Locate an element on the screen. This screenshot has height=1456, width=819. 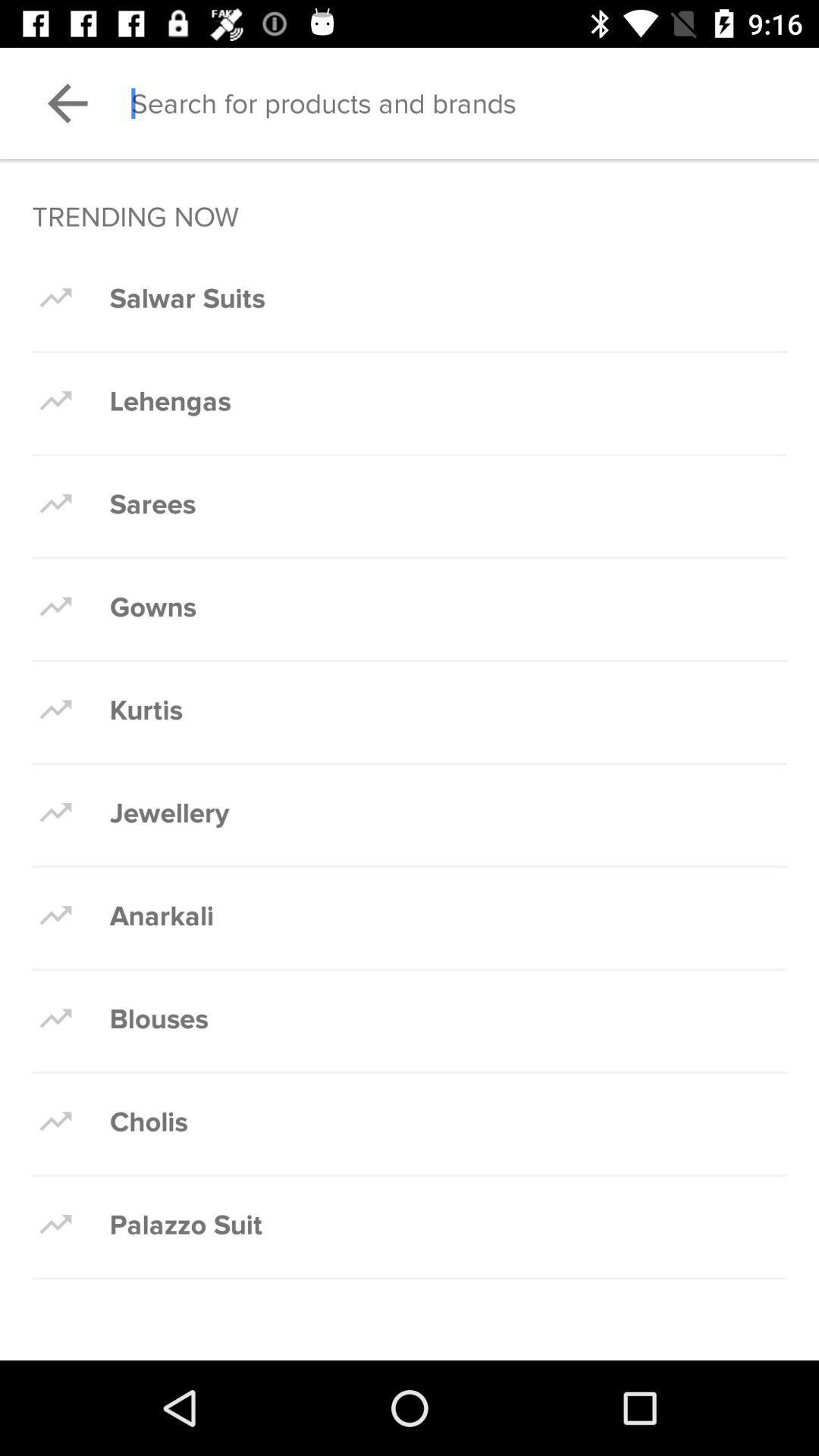
previous page is located at coordinates (67, 102).